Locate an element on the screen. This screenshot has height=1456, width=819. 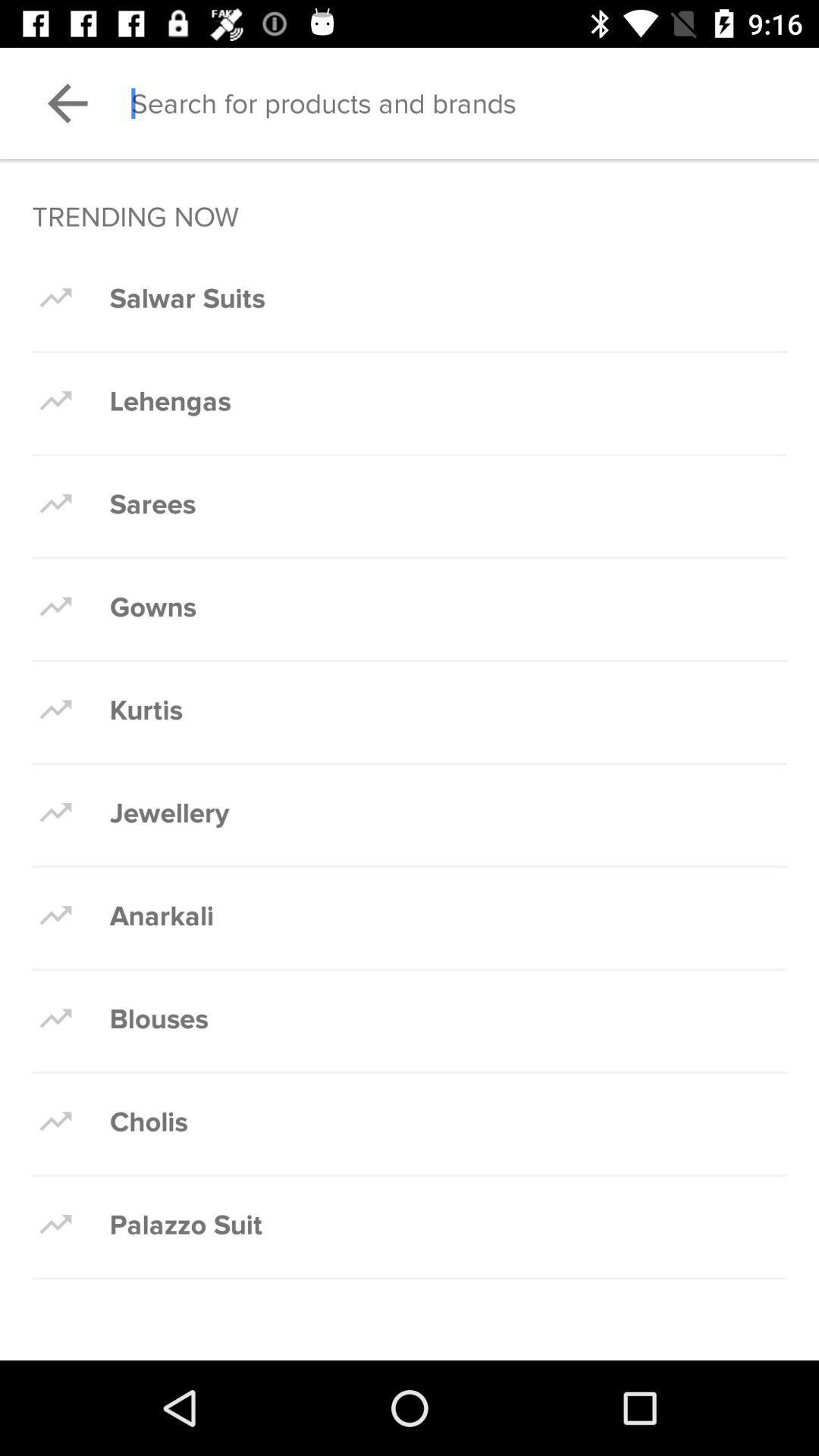
previous page is located at coordinates (67, 102).